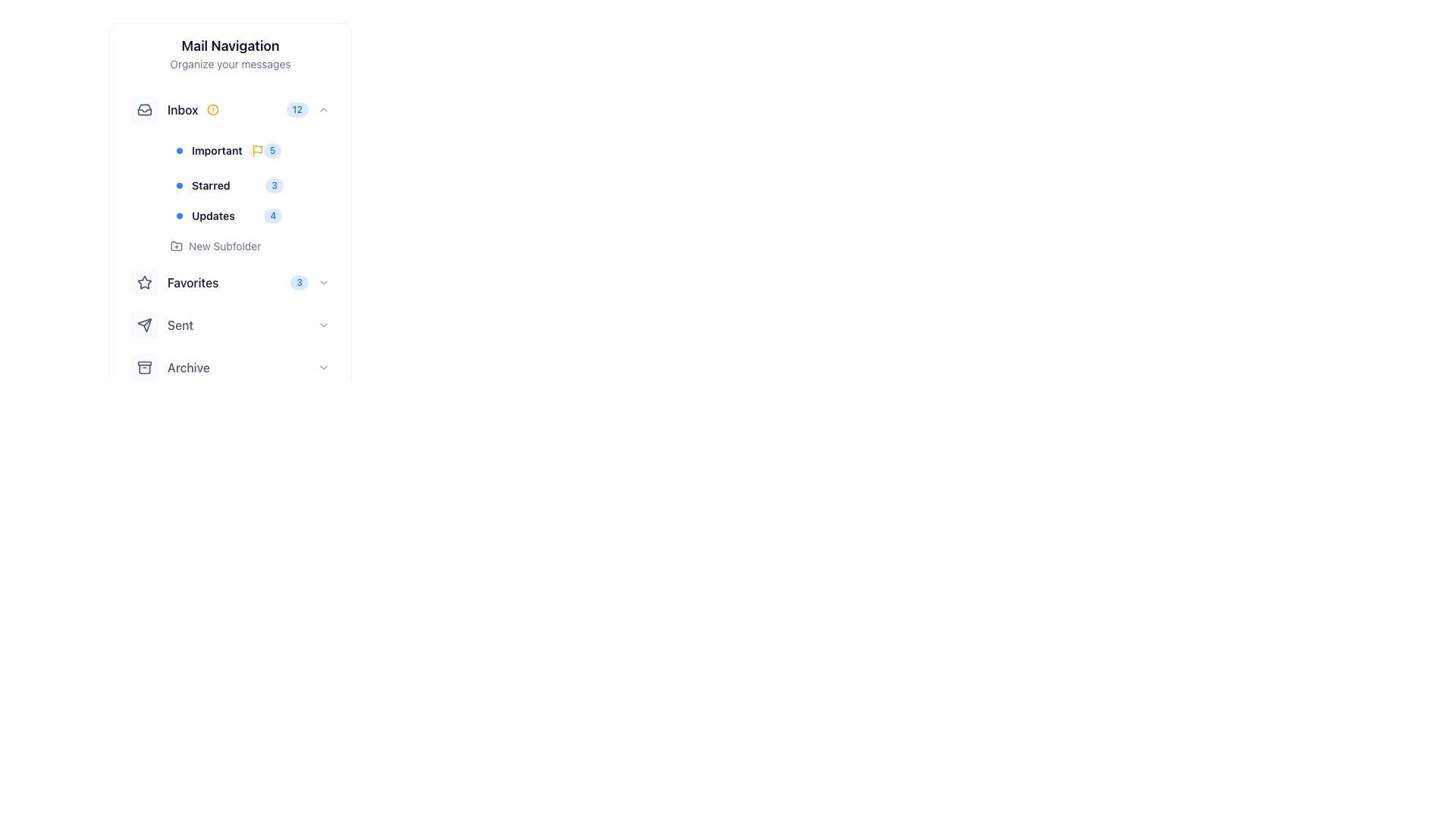 This screenshot has width=1456, height=819. What do you see at coordinates (212, 109) in the screenshot?
I see `the outermost circle of the SVG alert icon located next to the 'Inbox' label in the navigation panel` at bounding box center [212, 109].